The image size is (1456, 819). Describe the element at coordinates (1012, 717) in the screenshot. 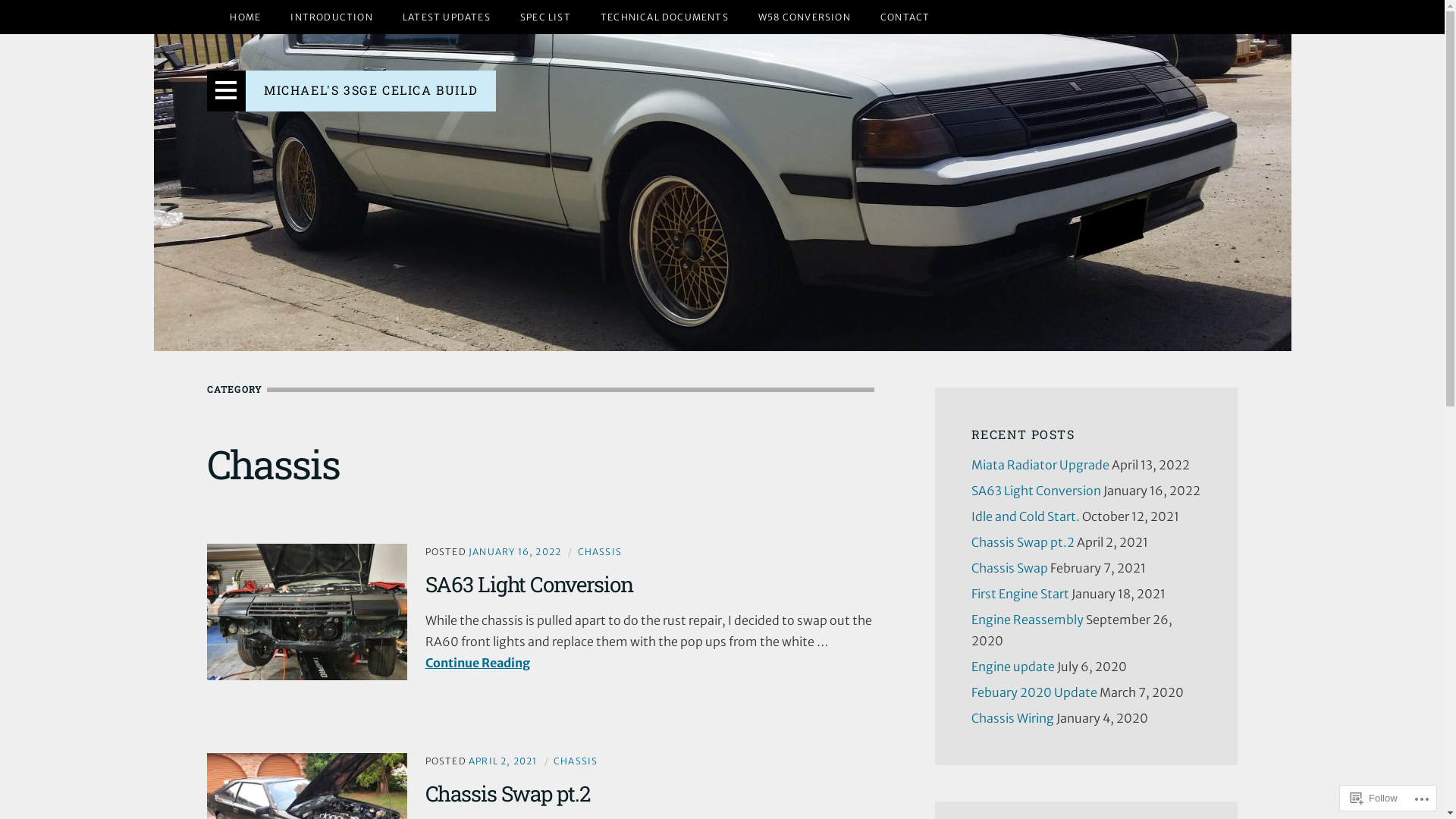

I see `'Chassis Wiring'` at that location.